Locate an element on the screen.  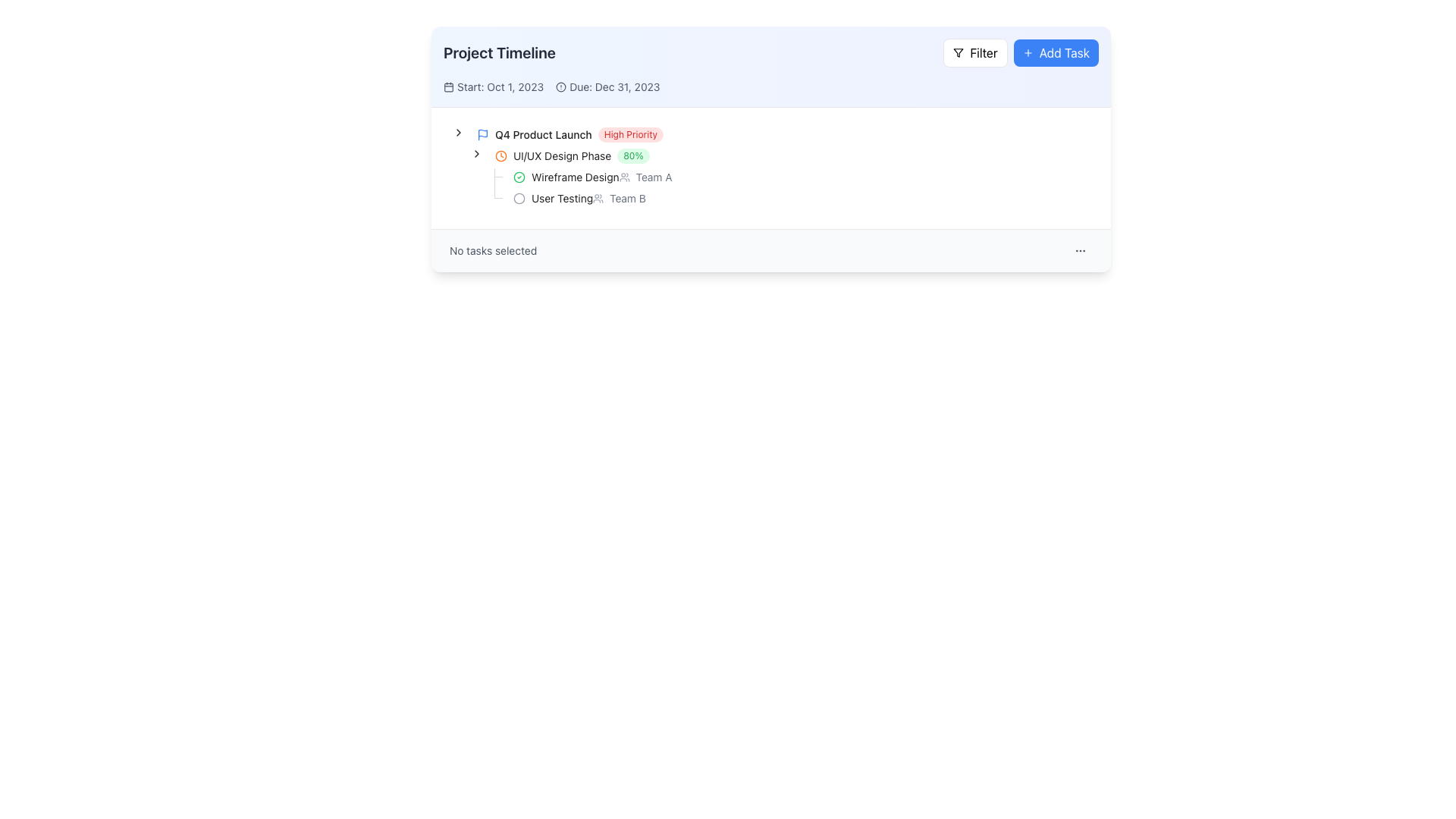
the indent marker or spacer located on the left side of the 'UI/UX Design Phase 80%' entry, which is the first element among its siblings is located at coordinates (457, 155).